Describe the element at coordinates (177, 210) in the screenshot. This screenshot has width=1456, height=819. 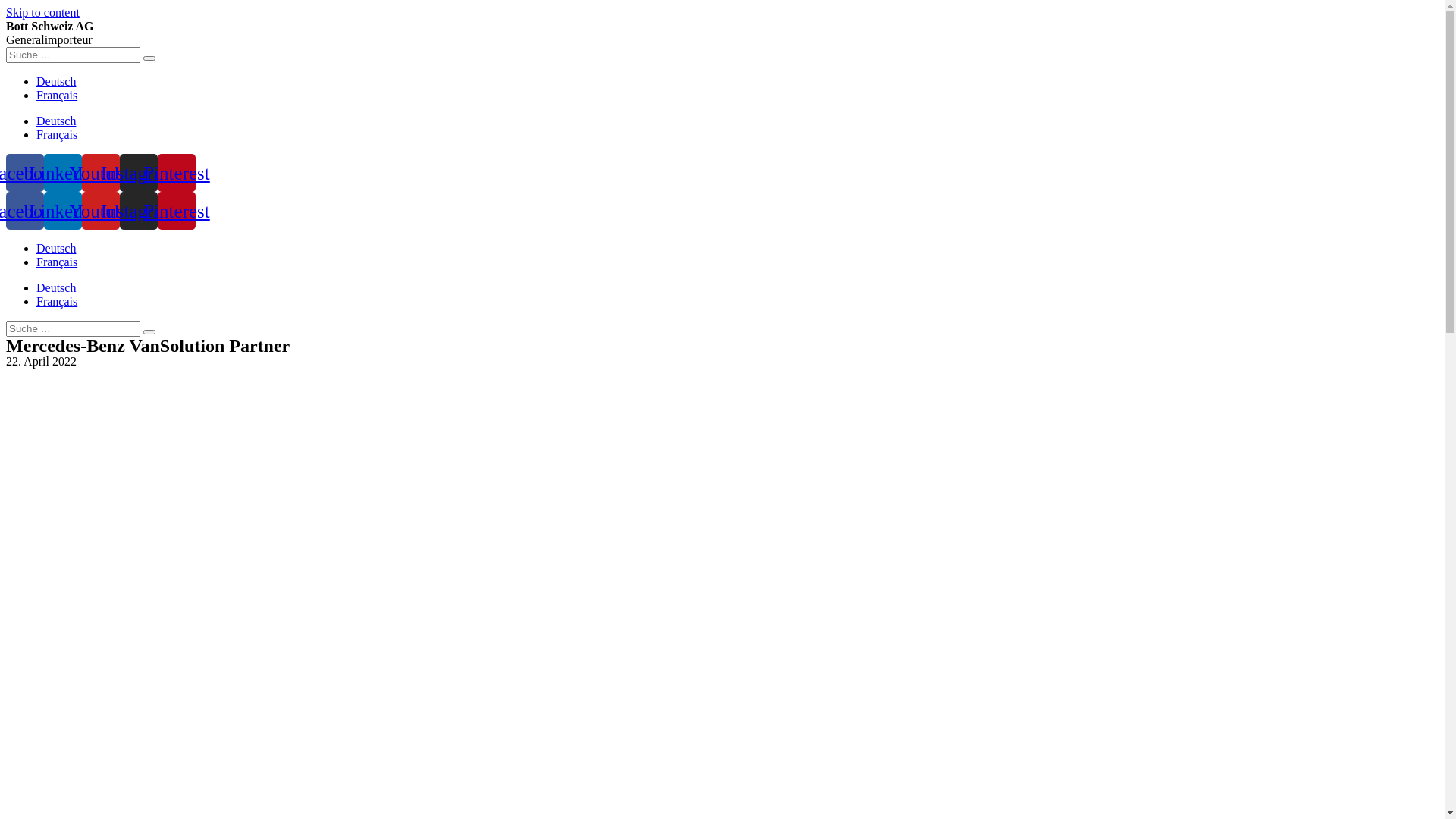
I see `'Pinterest'` at that location.